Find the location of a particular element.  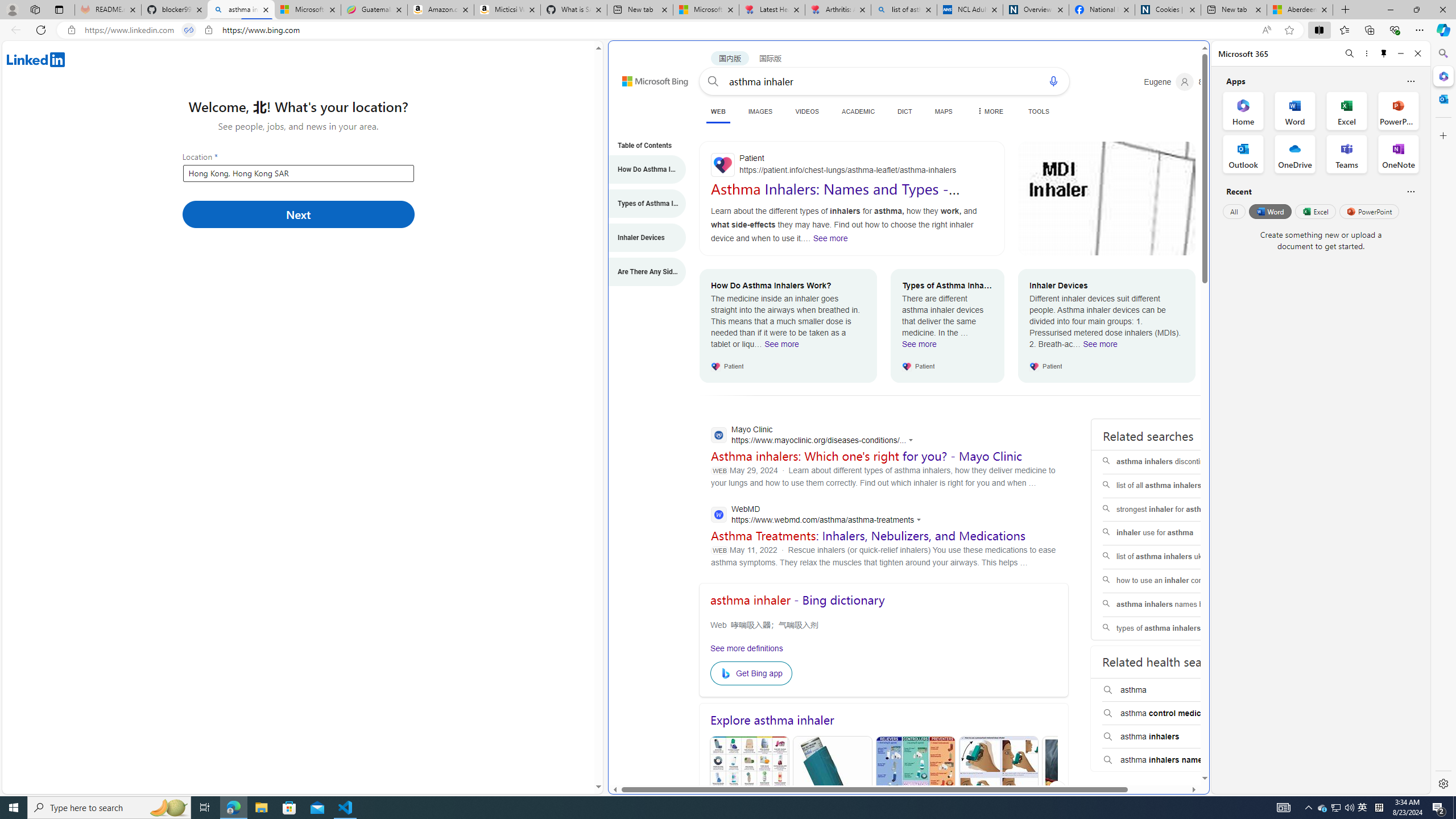

'Back to Bing search' is located at coordinates (648, 78).